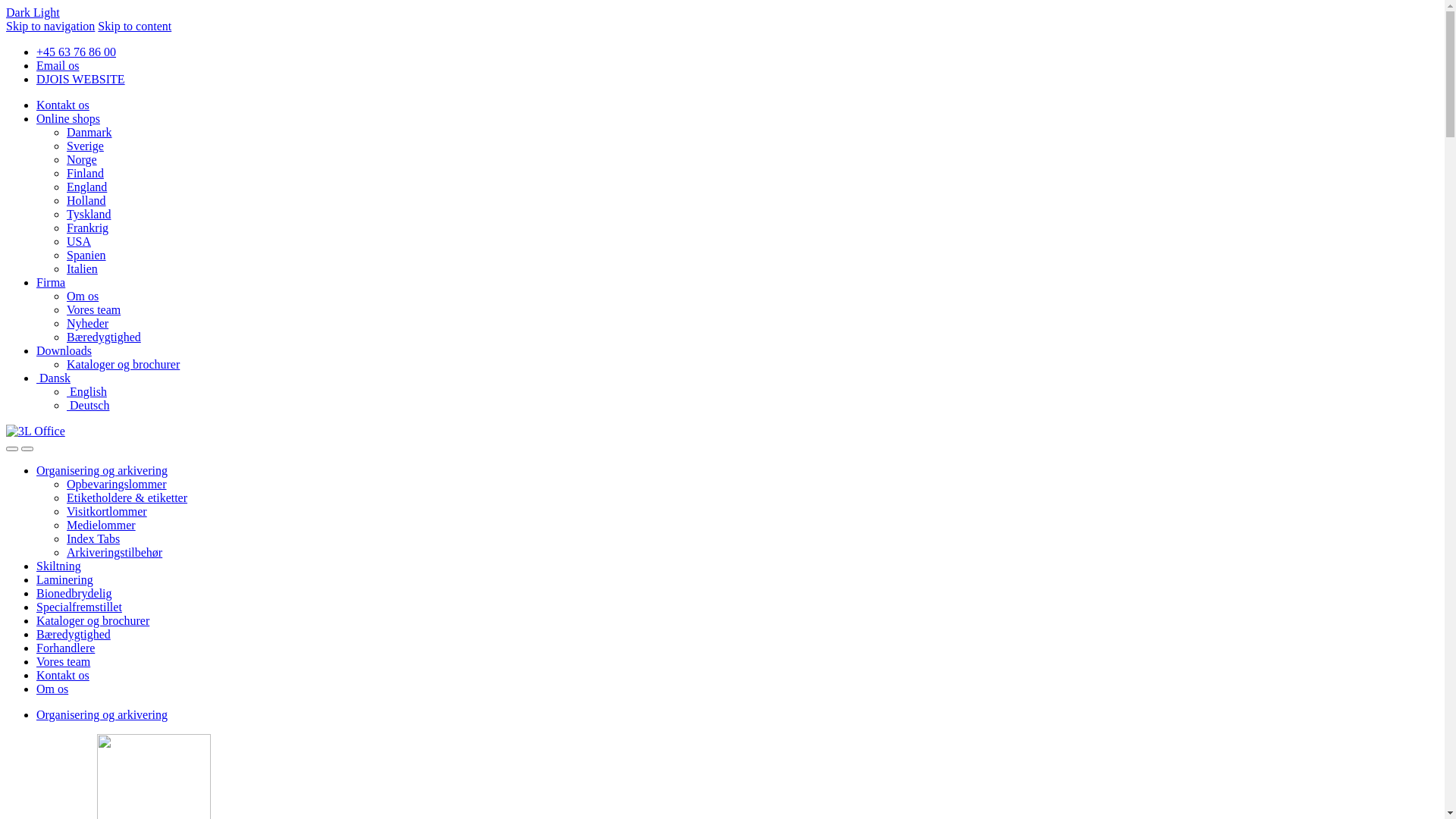  Describe the element at coordinates (100, 524) in the screenshot. I see `'Medielommer'` at that location.